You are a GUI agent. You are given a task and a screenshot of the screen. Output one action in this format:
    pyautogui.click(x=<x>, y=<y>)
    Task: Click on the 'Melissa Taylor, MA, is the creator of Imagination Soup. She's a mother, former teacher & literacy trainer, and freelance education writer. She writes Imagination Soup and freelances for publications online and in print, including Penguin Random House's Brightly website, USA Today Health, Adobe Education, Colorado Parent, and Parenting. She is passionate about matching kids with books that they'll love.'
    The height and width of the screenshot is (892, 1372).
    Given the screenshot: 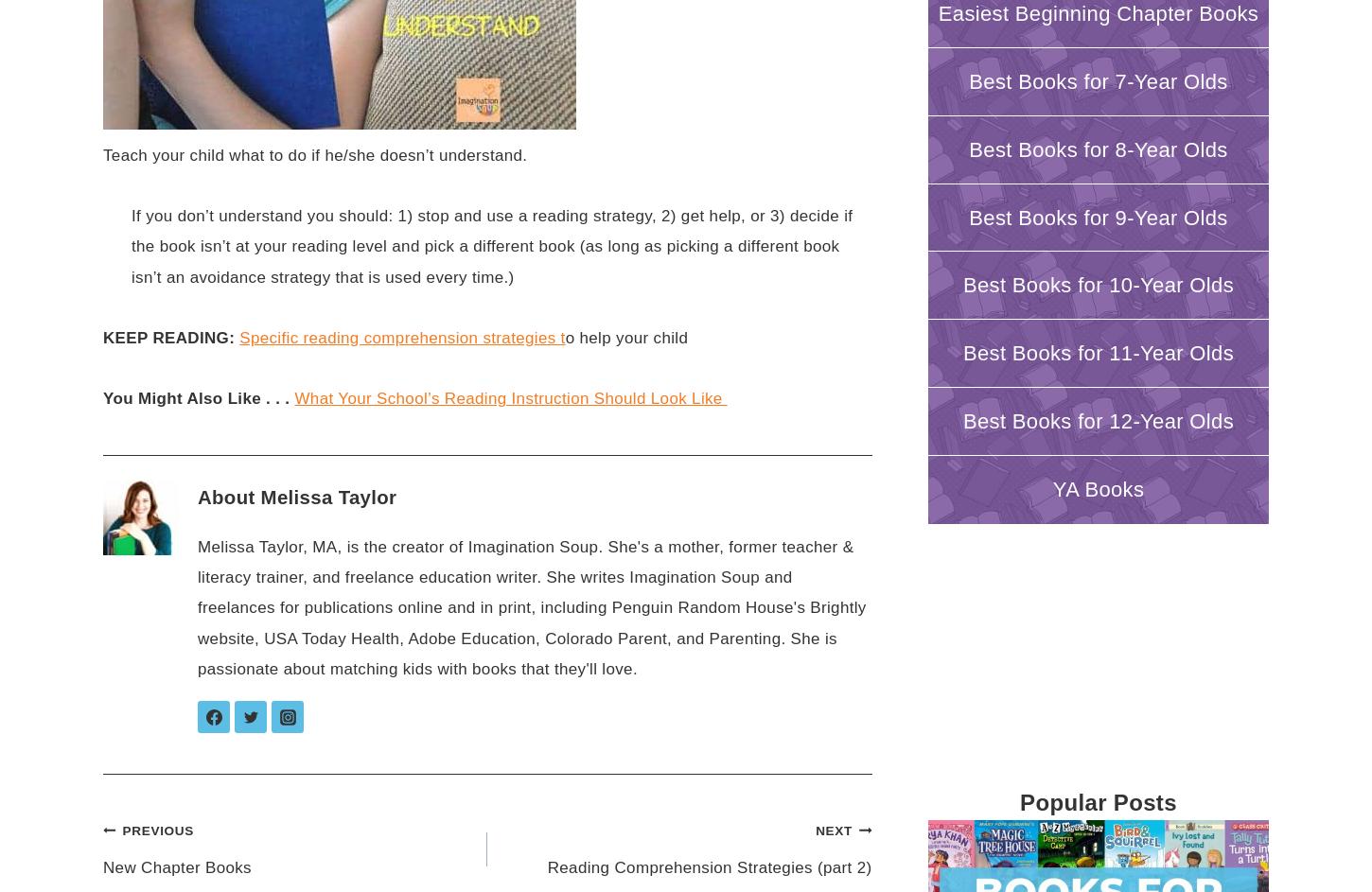 What is the action you would take?
    pyautogui.click(x=196, y=606)
    